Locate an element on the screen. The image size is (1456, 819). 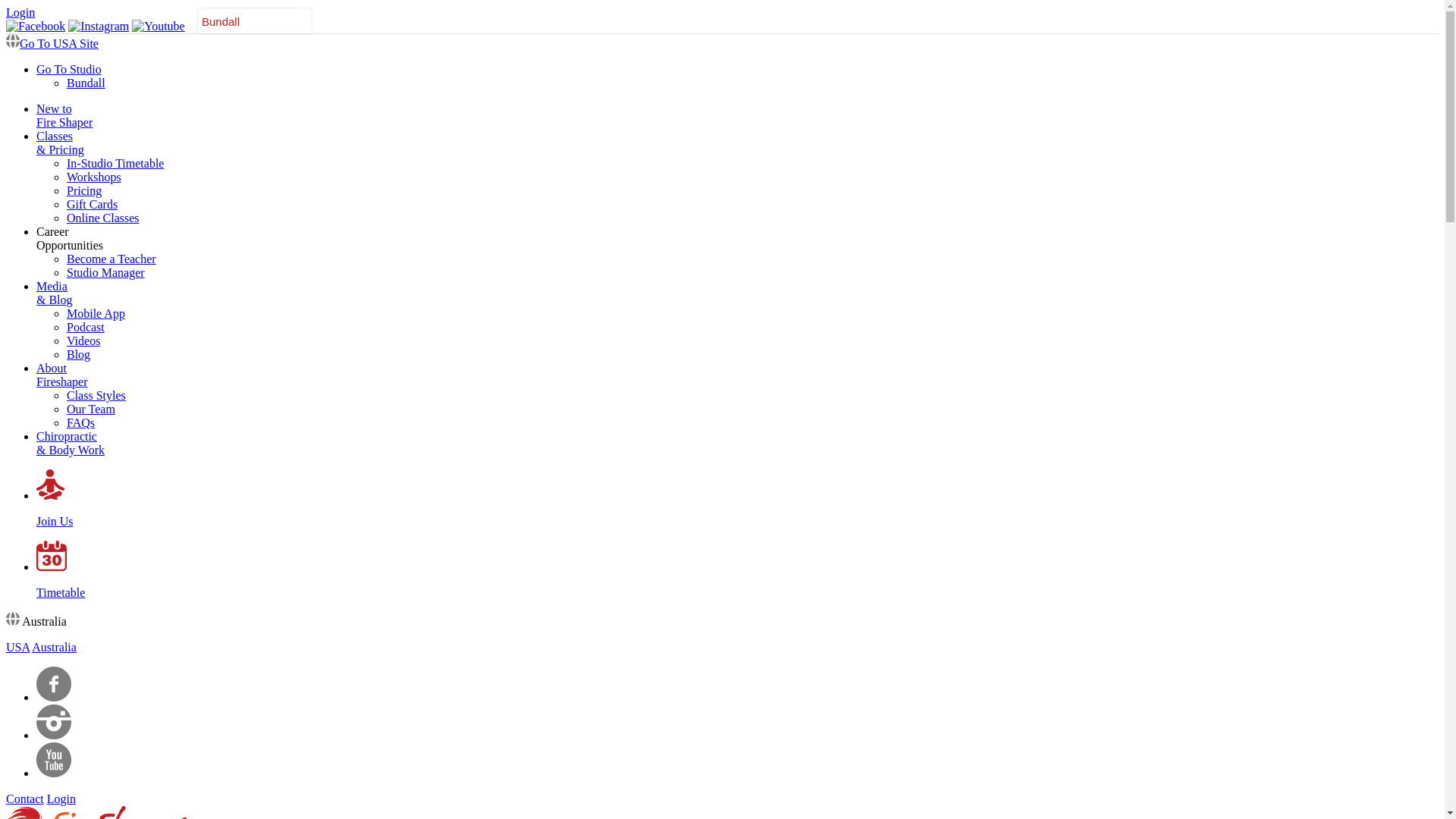
'Online Classes' is located at coordinates (102, 218).